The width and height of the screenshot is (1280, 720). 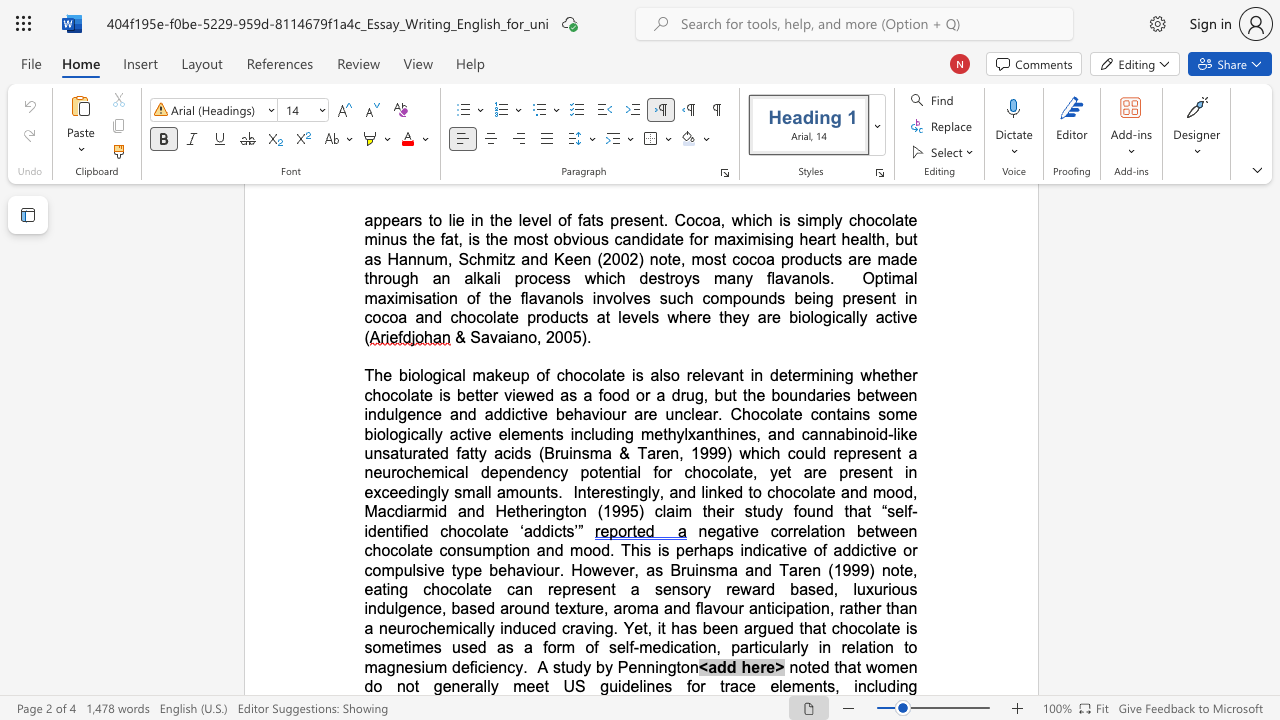 I want to click on the subset text "n do" within the text "noted that women do not", so click(x=907, y=667).